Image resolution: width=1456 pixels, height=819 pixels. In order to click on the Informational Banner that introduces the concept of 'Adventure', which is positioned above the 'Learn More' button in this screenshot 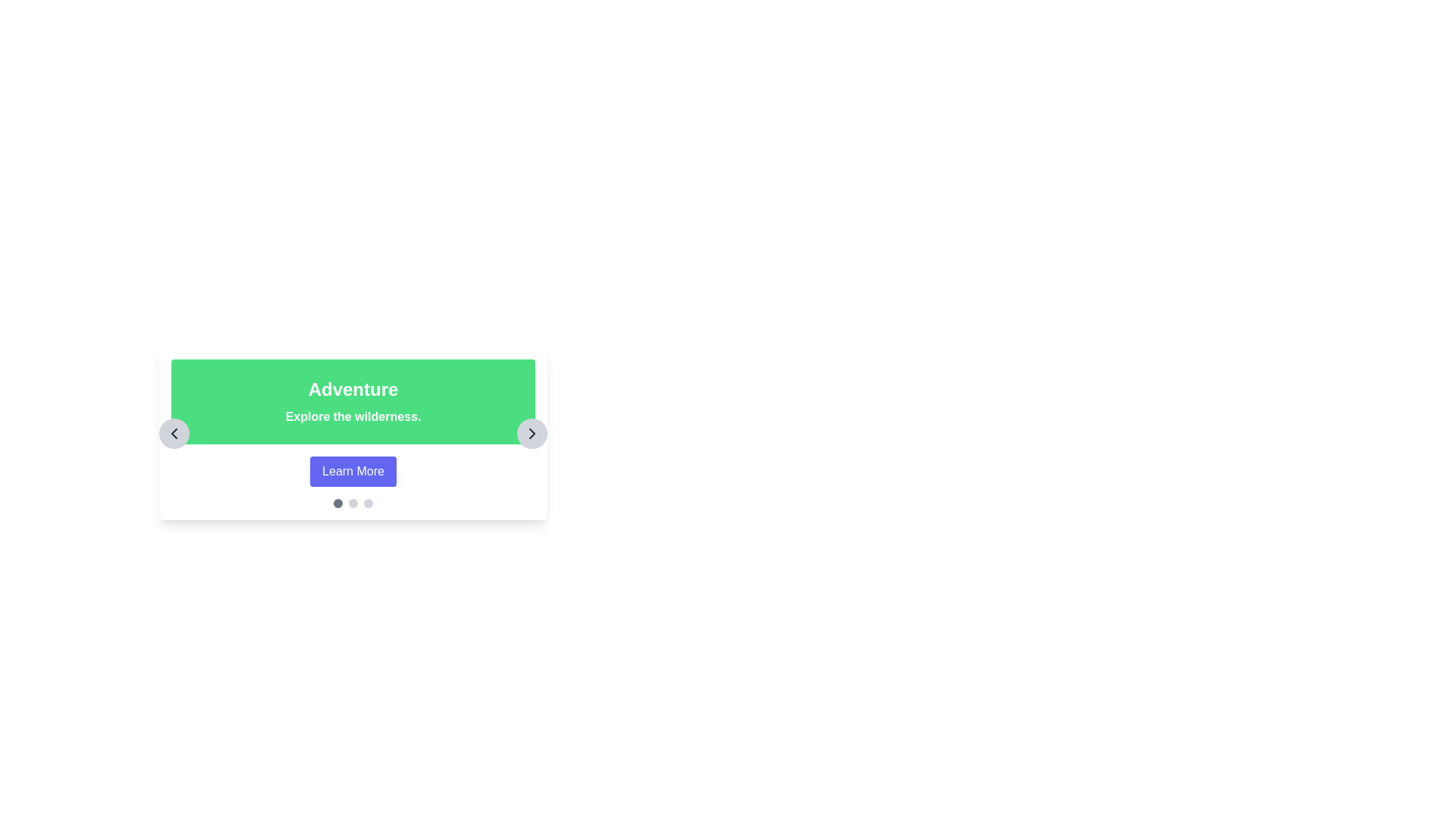, I will do `click(352, 400)`.